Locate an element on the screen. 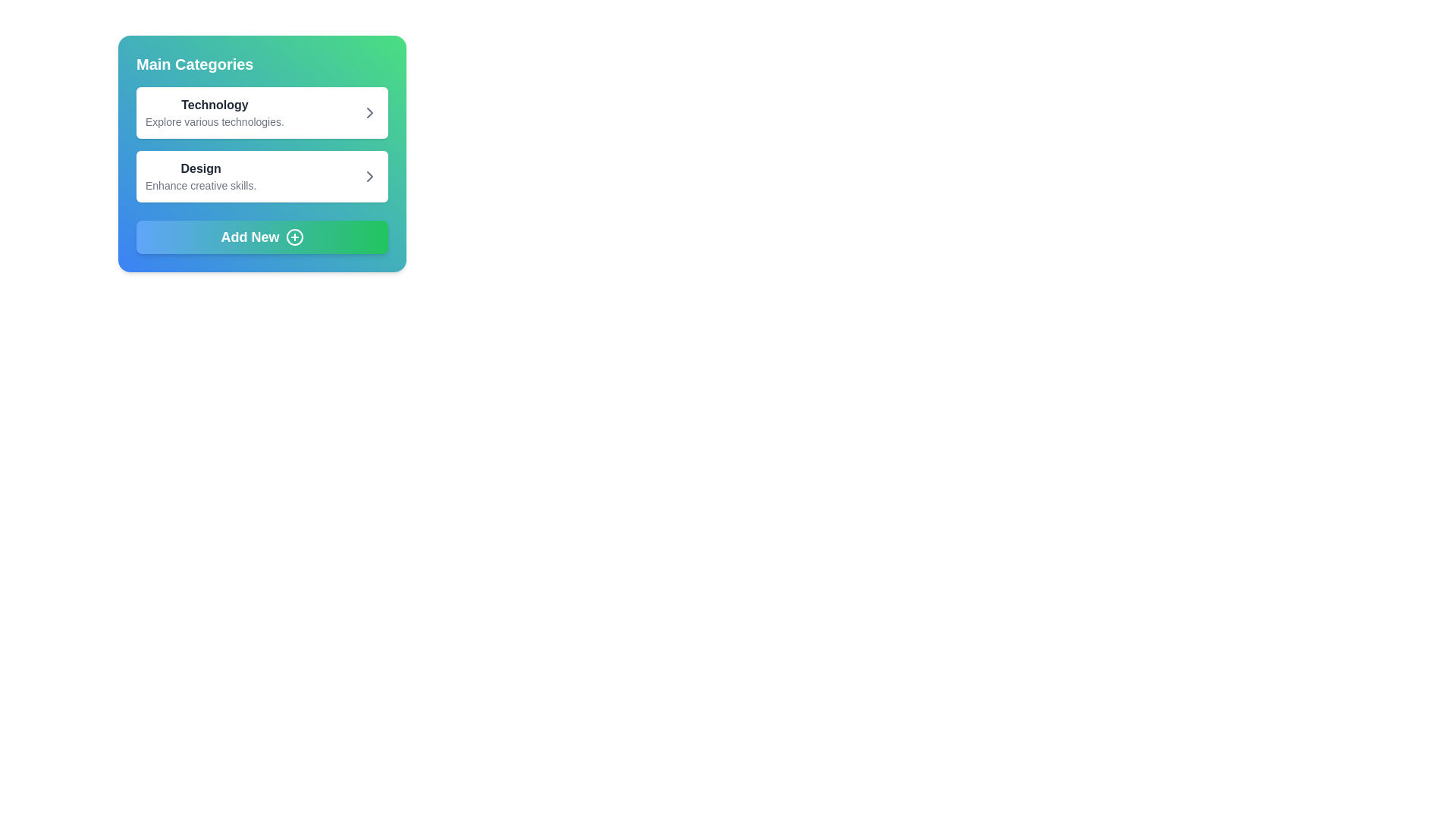 The image size is (1456, 819). the small right-facing chevron icon styled in gray, positioned on the right side of the rectangular section labeled 'Design Enhance creative skills' is located at coordinates (370, 175).